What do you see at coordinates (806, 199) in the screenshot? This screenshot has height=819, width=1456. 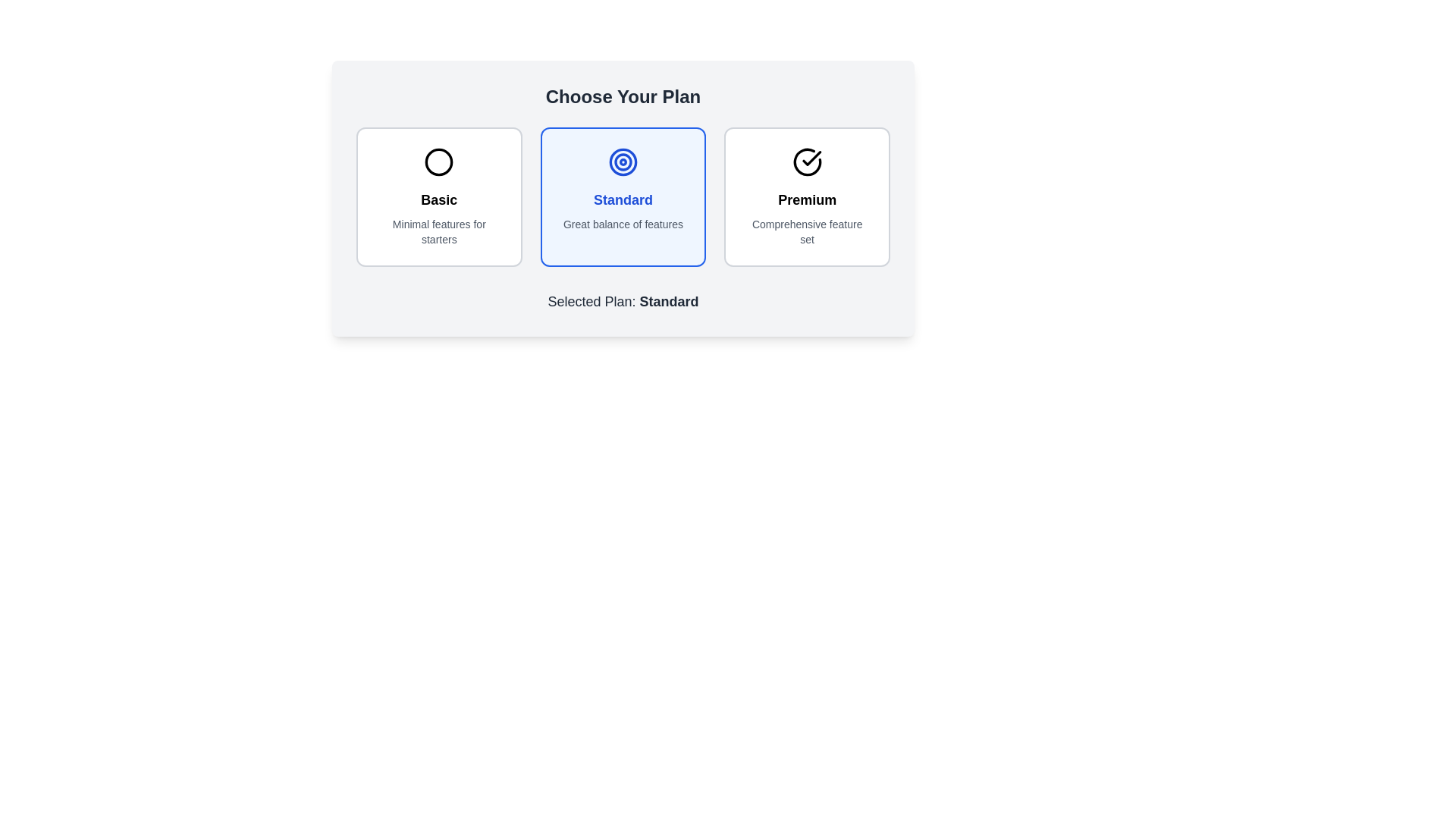 I see `the 'Premium' text label, which is bold and larger in font, located in the center-bottom section of the rightmost box in a three-box layout` at bounding box center [806, 199].